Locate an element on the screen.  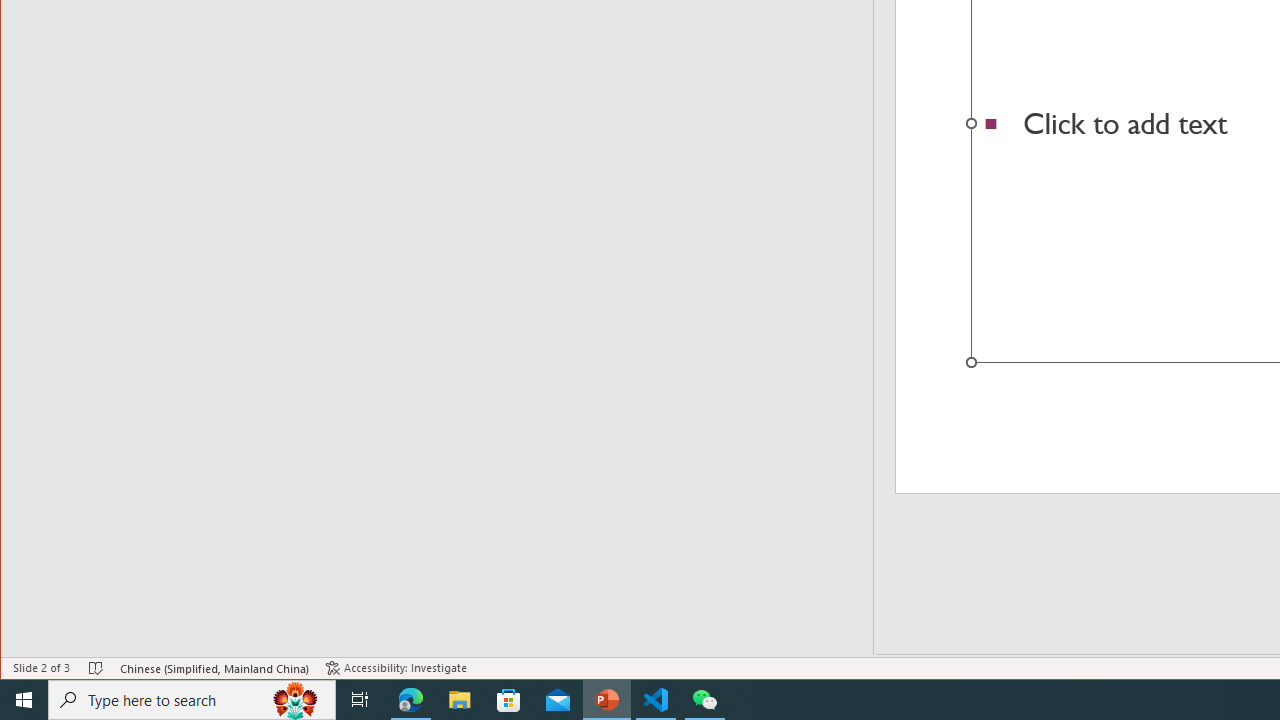
'Spell Check No Errors' is located at coordinates (95, 668).